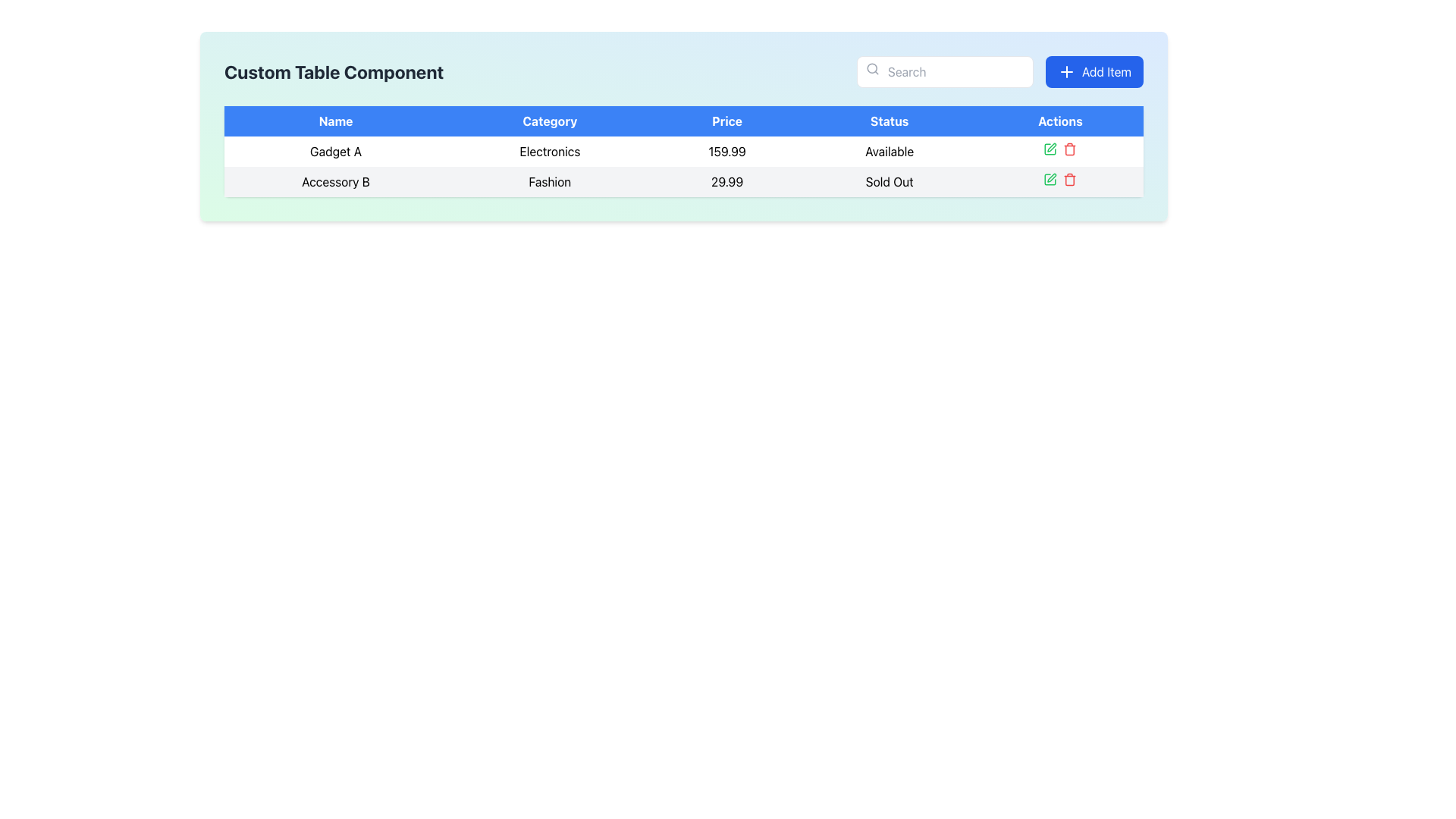  What do you see at coordinates (1050, 178) in the screenshot?
I see `the green edit icon button resembling a square with a pen, located in the second row of the 'Actions' column next to the red delete icon, to initiate an edit action` at bounding box center [1050, 178].